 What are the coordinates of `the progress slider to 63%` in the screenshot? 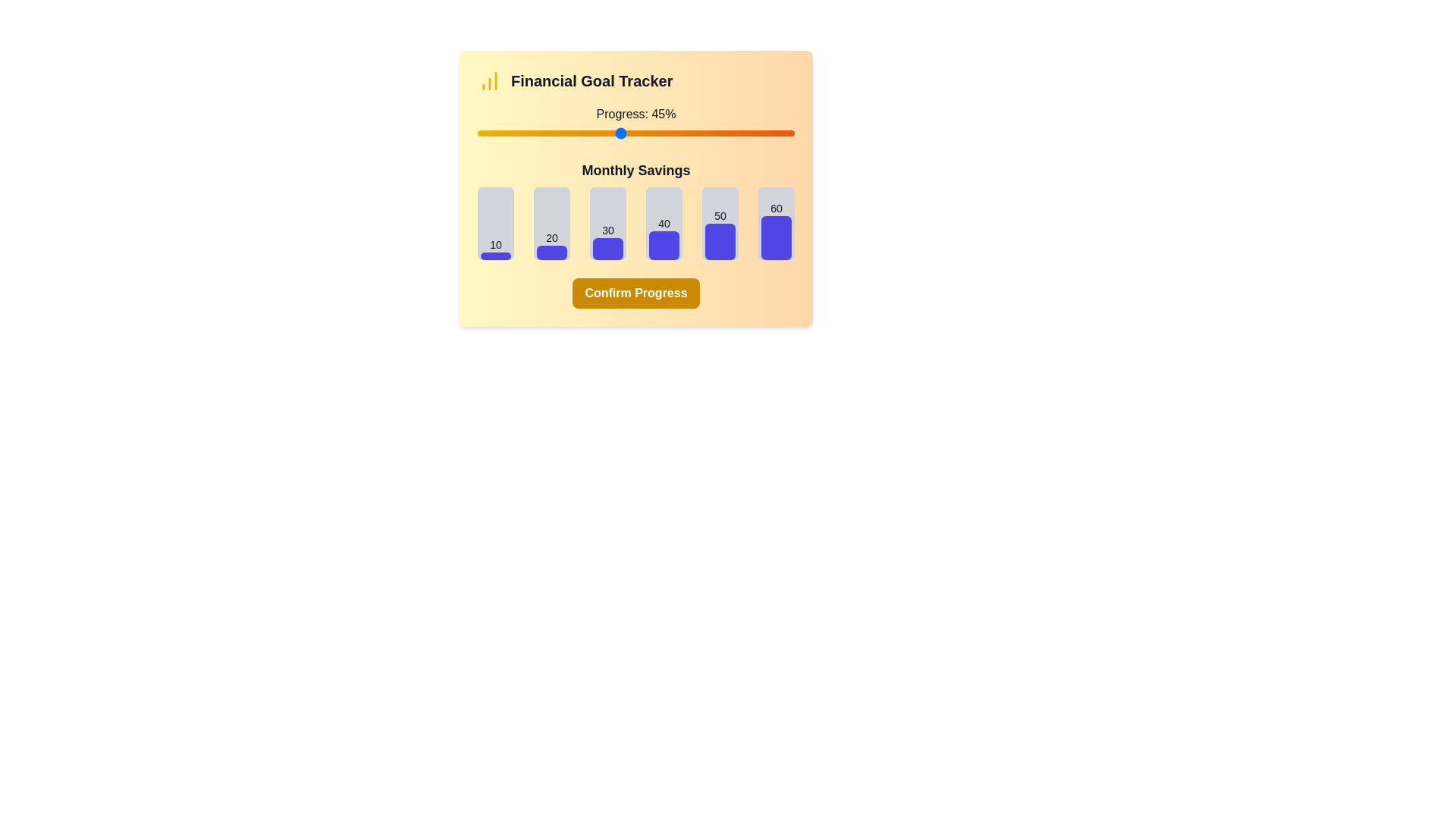 It's located at (676, 133).